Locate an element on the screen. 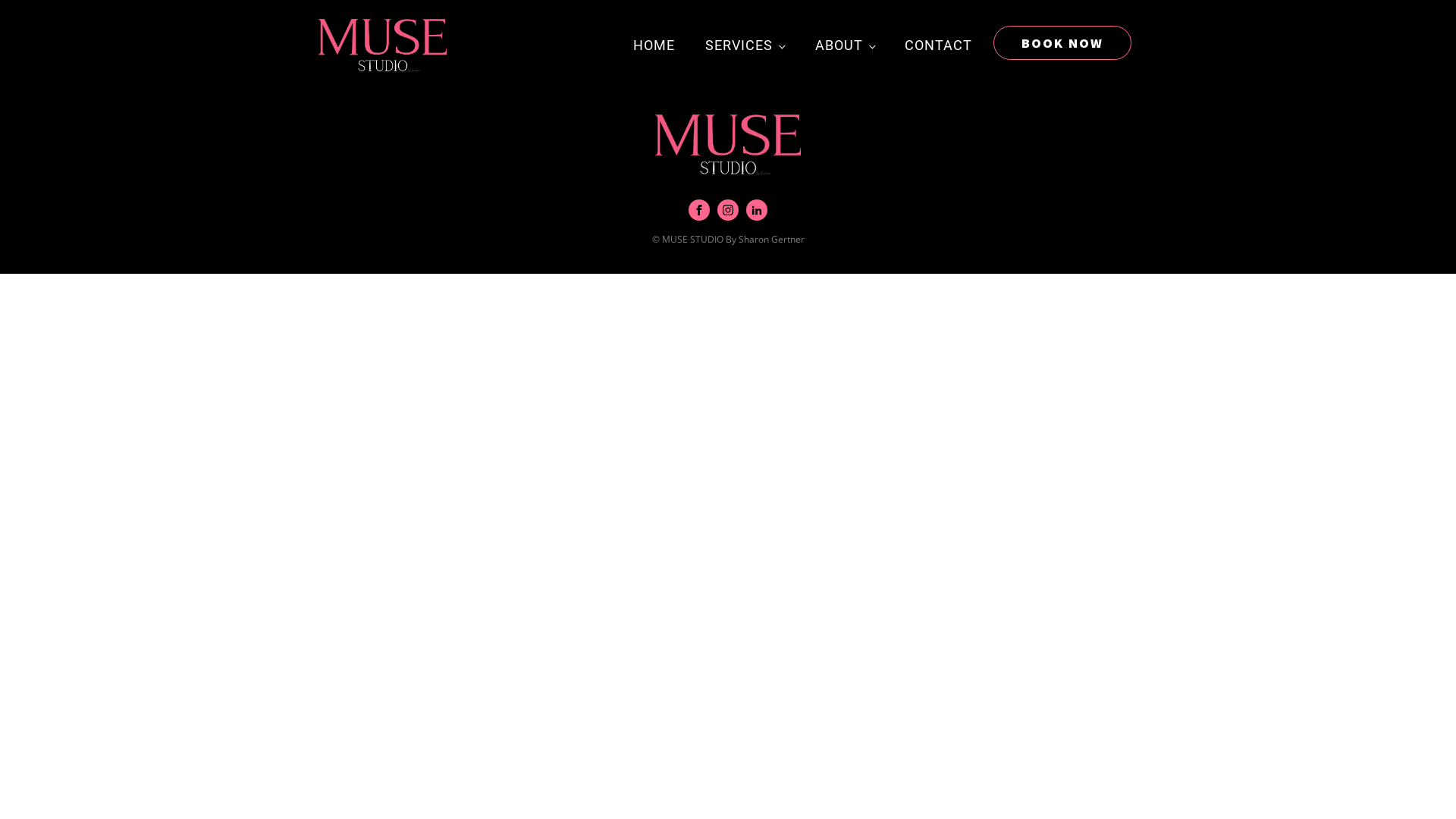 The width and height of the screenshot is (1456, 819). 'SERVICES' is located at coordinates (745, 45).